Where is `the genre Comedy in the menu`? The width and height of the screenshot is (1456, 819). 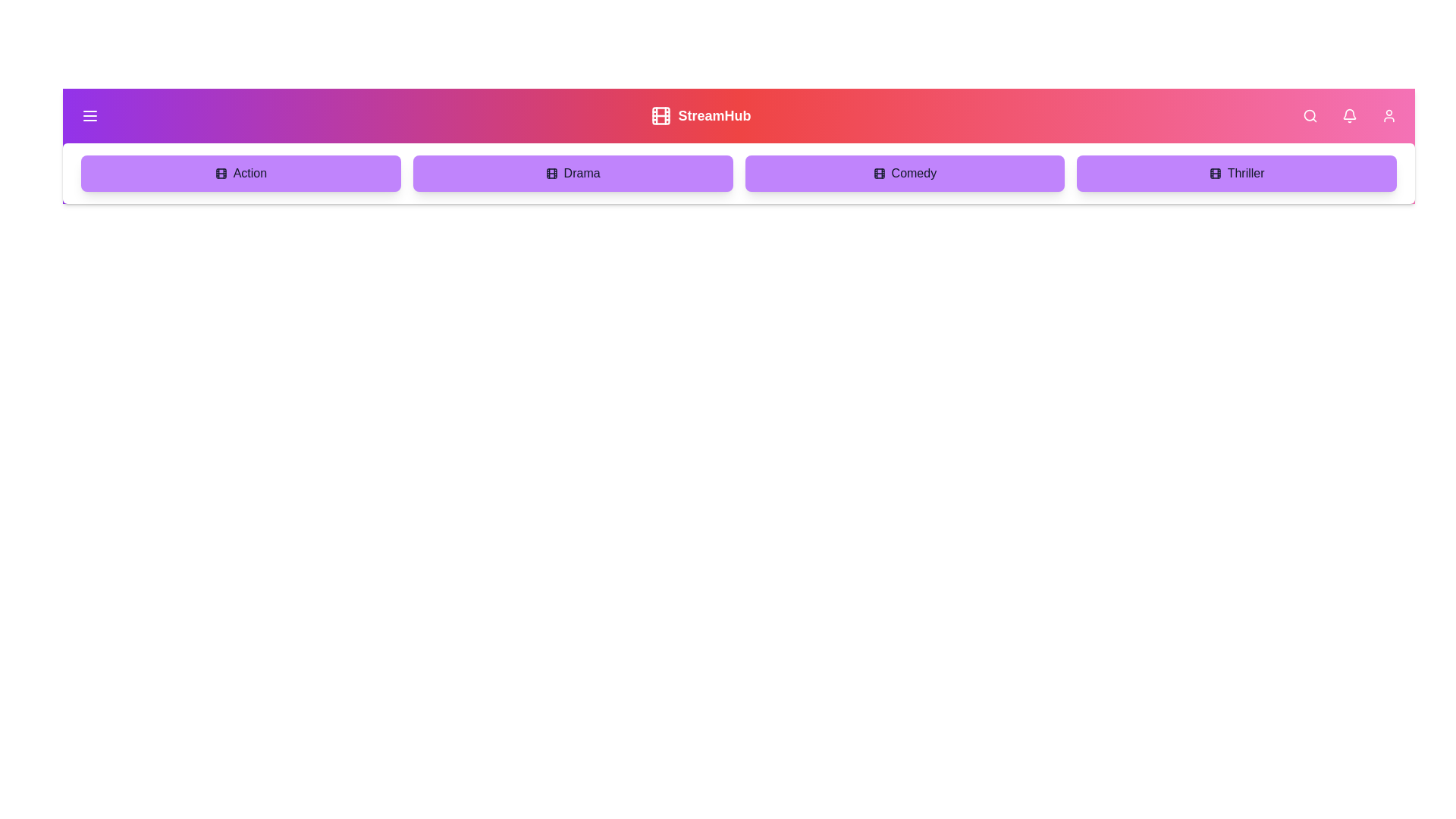
the genre Comedy in the menu is located at coordinates (905, 172).